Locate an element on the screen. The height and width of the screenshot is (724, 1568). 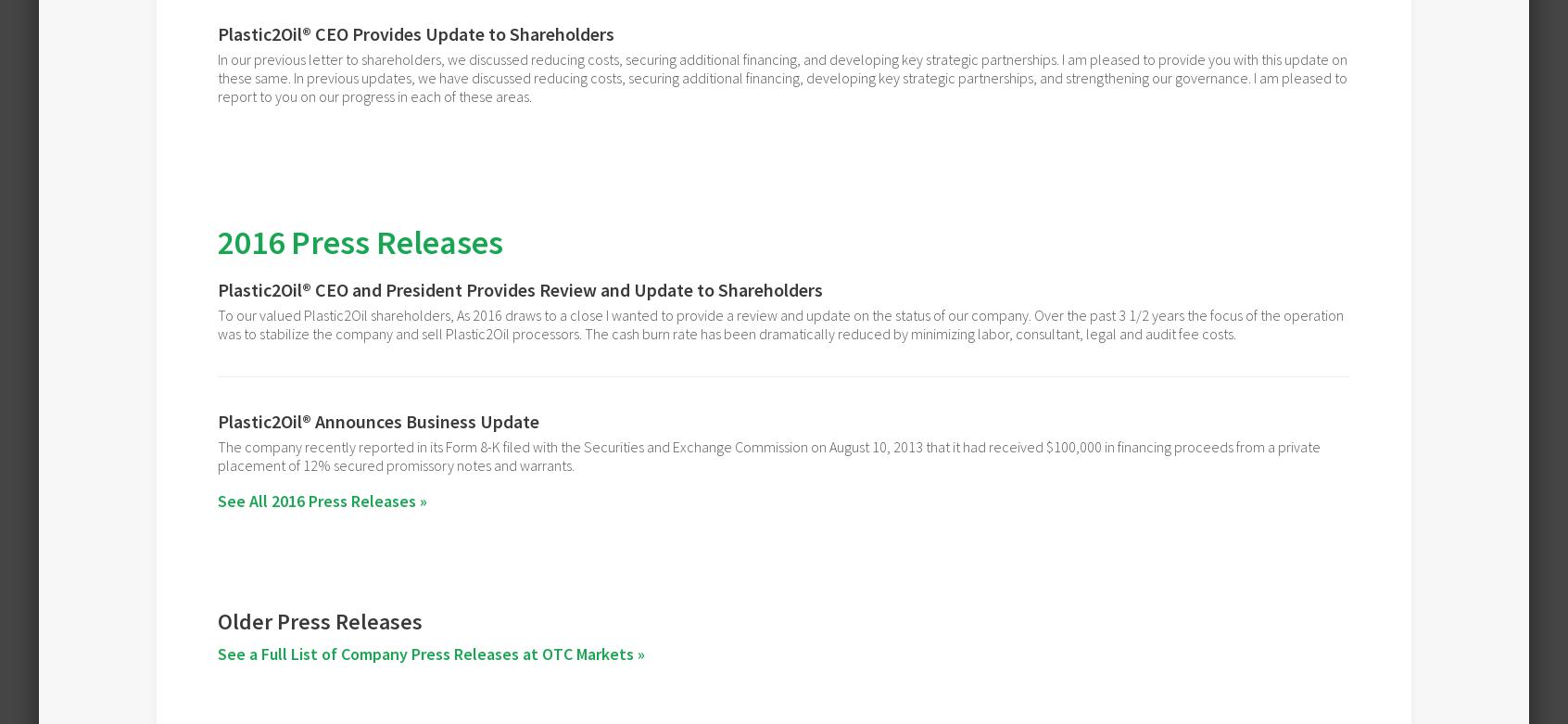
'Plastic2Oil® Announces Business Update' is located at coordinates (218, 420).